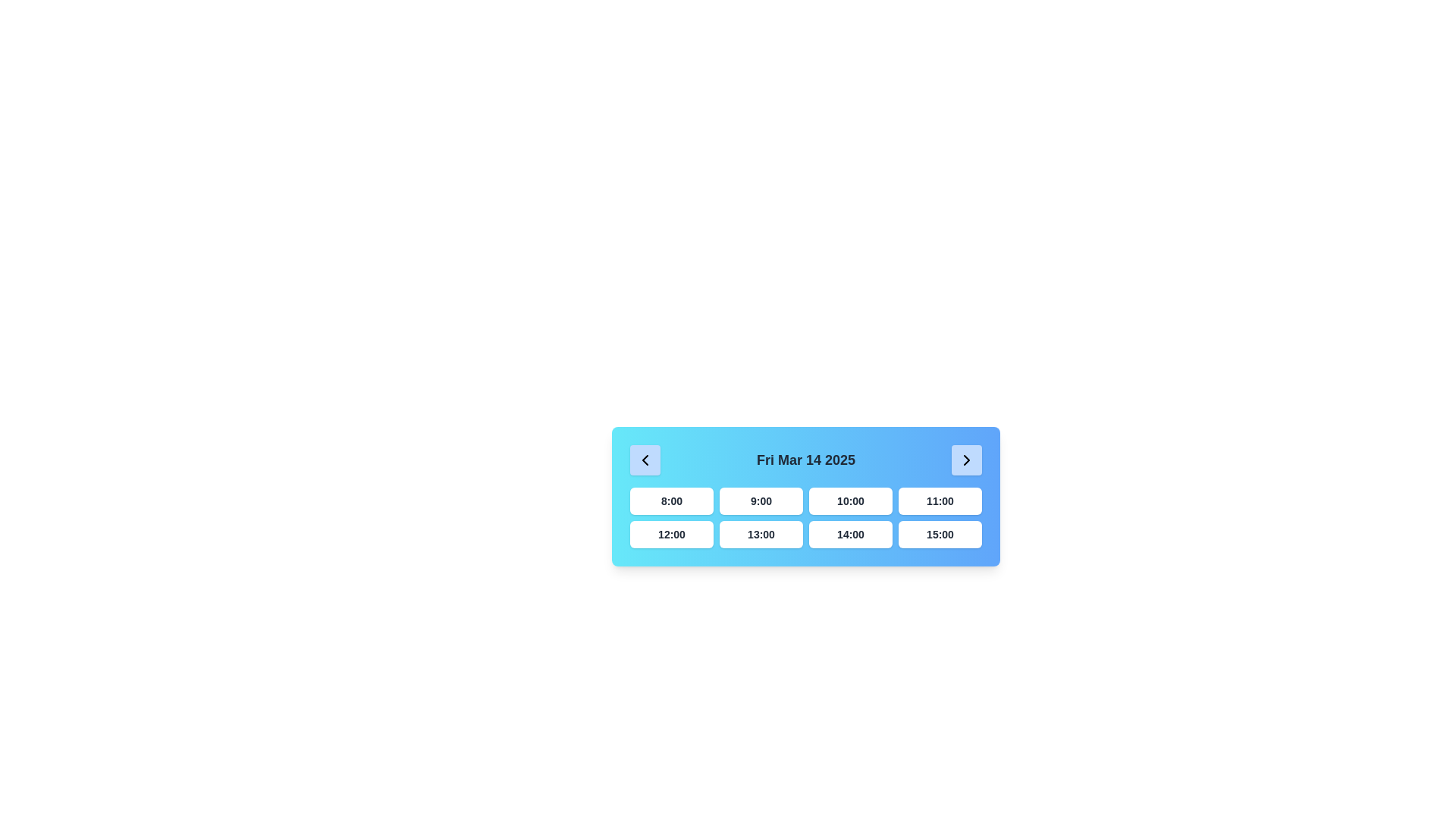 The image size is (1456, 819). I want to click on the button displaying the time value '11:00' for accessibility navigation, so click(939, 500).